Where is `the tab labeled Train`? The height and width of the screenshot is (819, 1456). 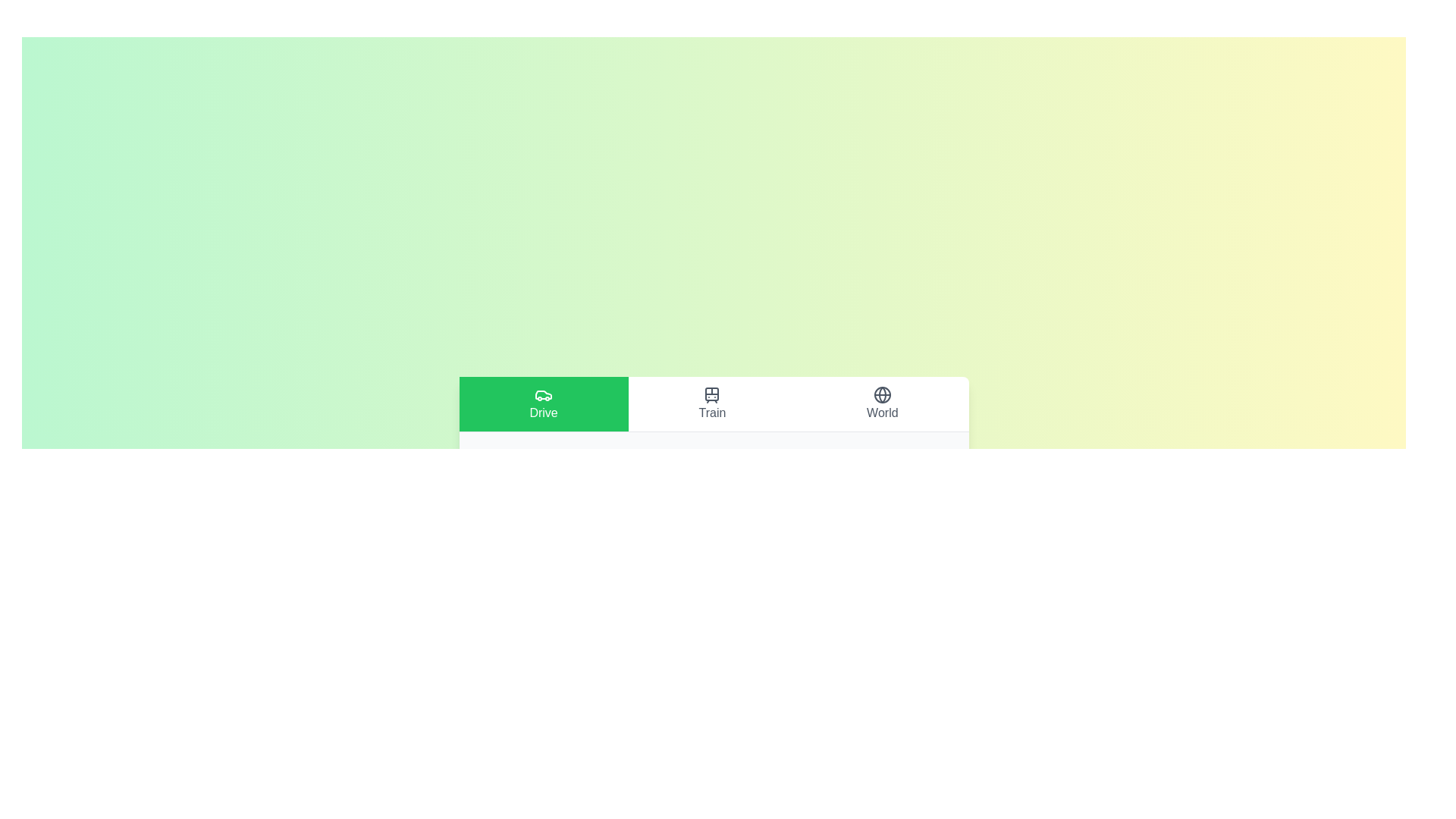 the tab labeled Train is located at coordinates (711, 403).